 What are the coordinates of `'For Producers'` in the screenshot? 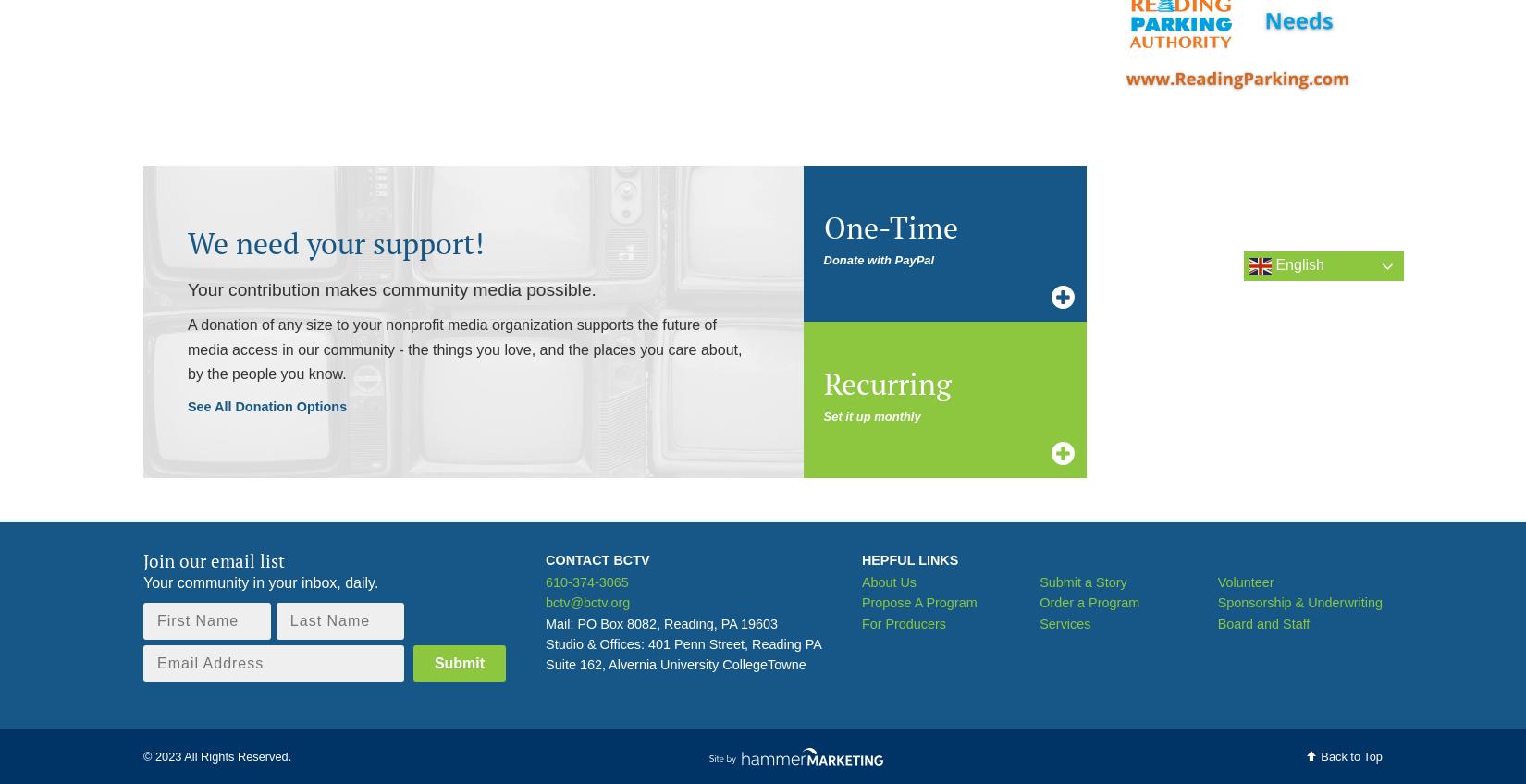 It's located at (860, 621).